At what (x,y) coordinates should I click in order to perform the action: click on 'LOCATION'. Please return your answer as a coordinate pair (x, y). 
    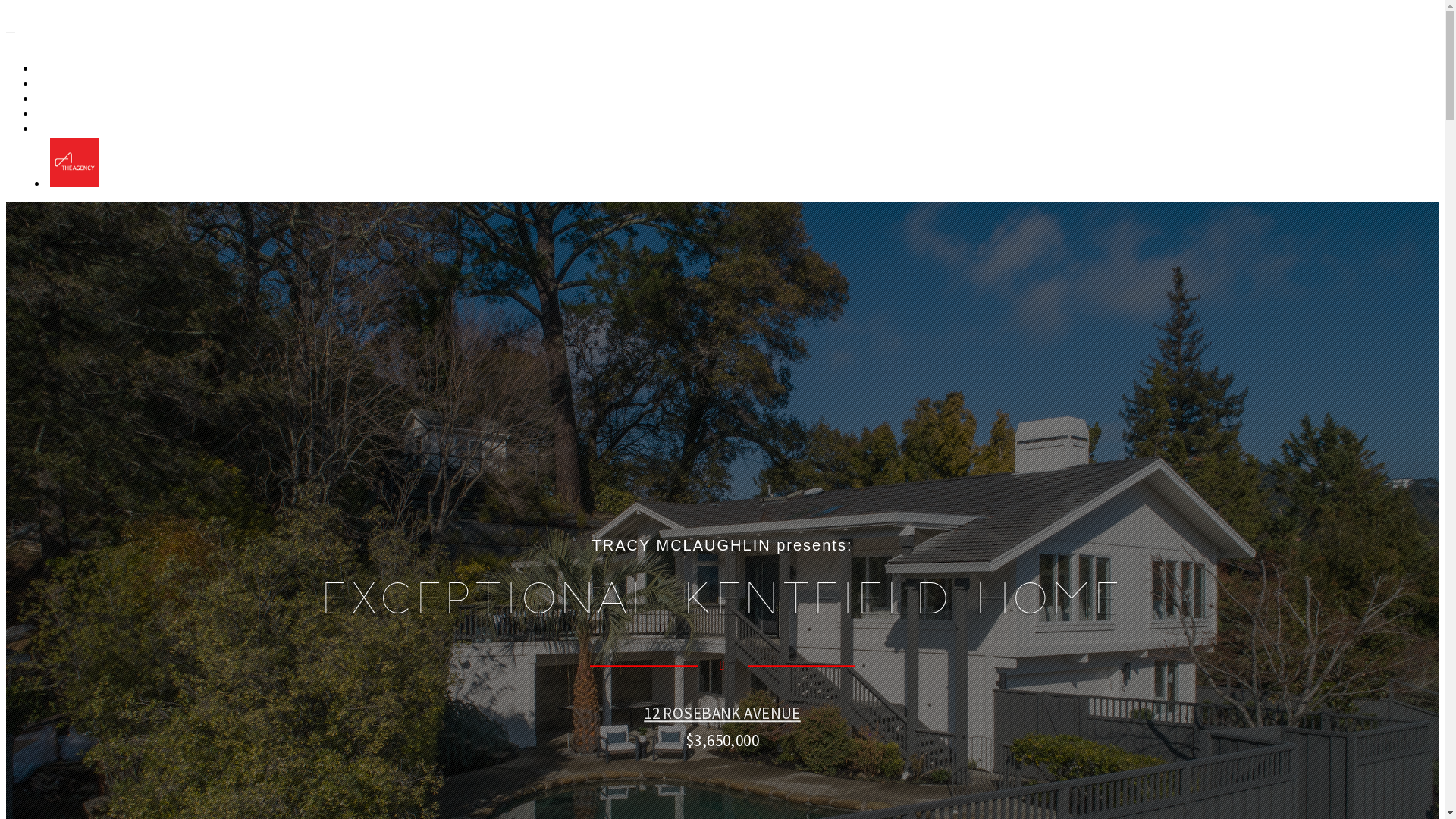
    Looking at the image, I should click on (70, 113).